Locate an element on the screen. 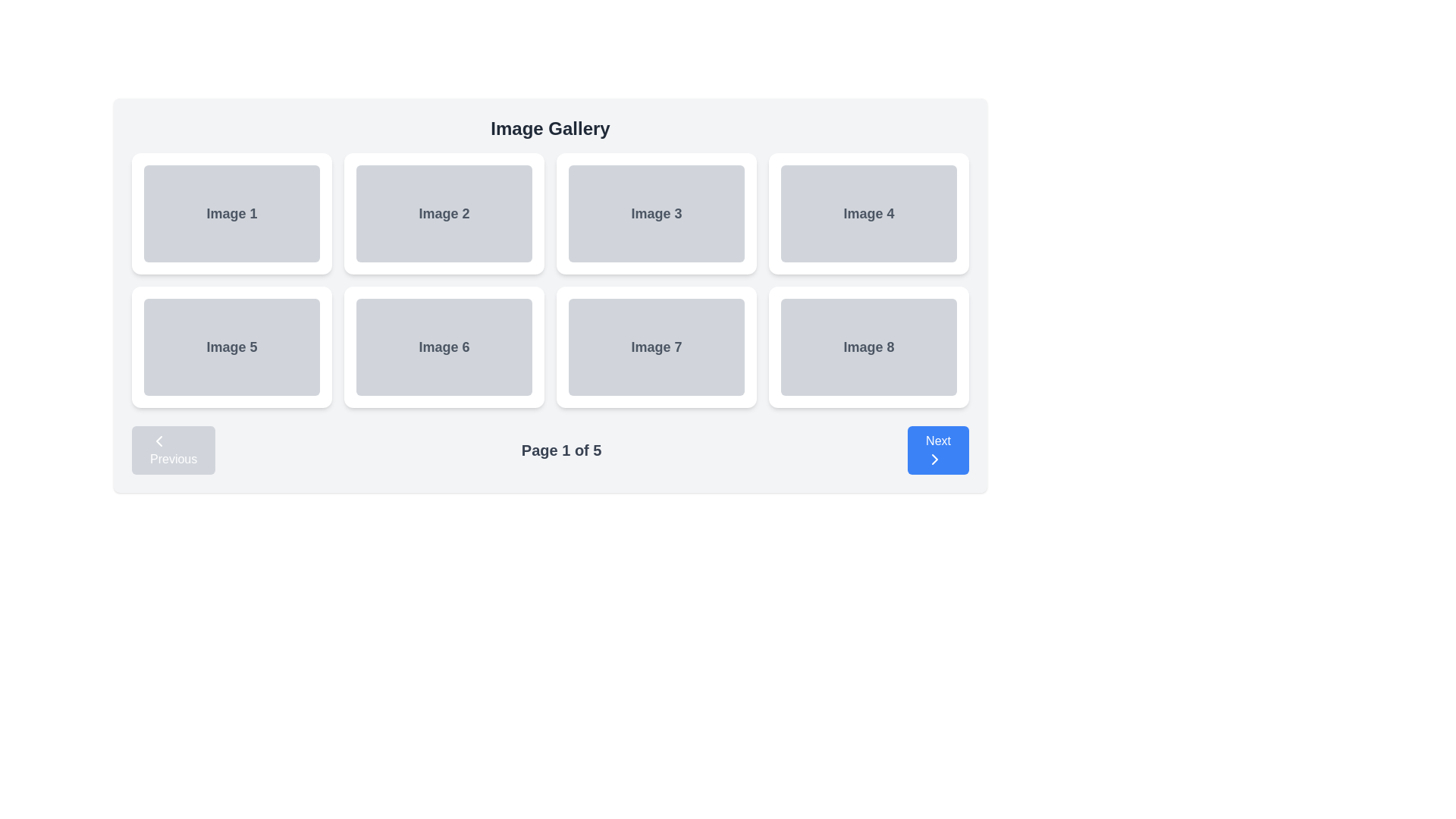 This screenshot has height=819, width=1456. the Card element representing 'Image 7', located in the second row and third column of the grid for navigation purposes is located at coordinates (656, 347).